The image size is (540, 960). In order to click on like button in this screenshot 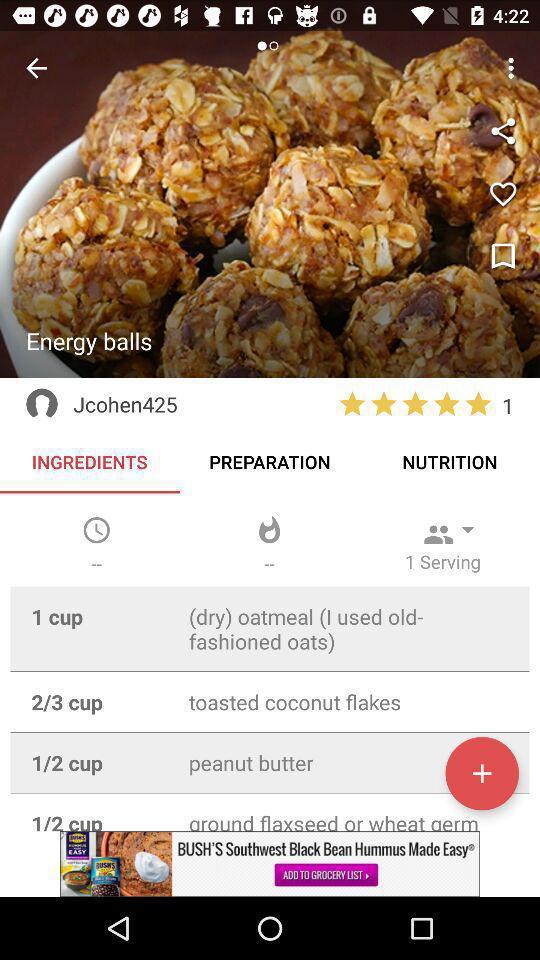, I will do `click(502, 194)`.